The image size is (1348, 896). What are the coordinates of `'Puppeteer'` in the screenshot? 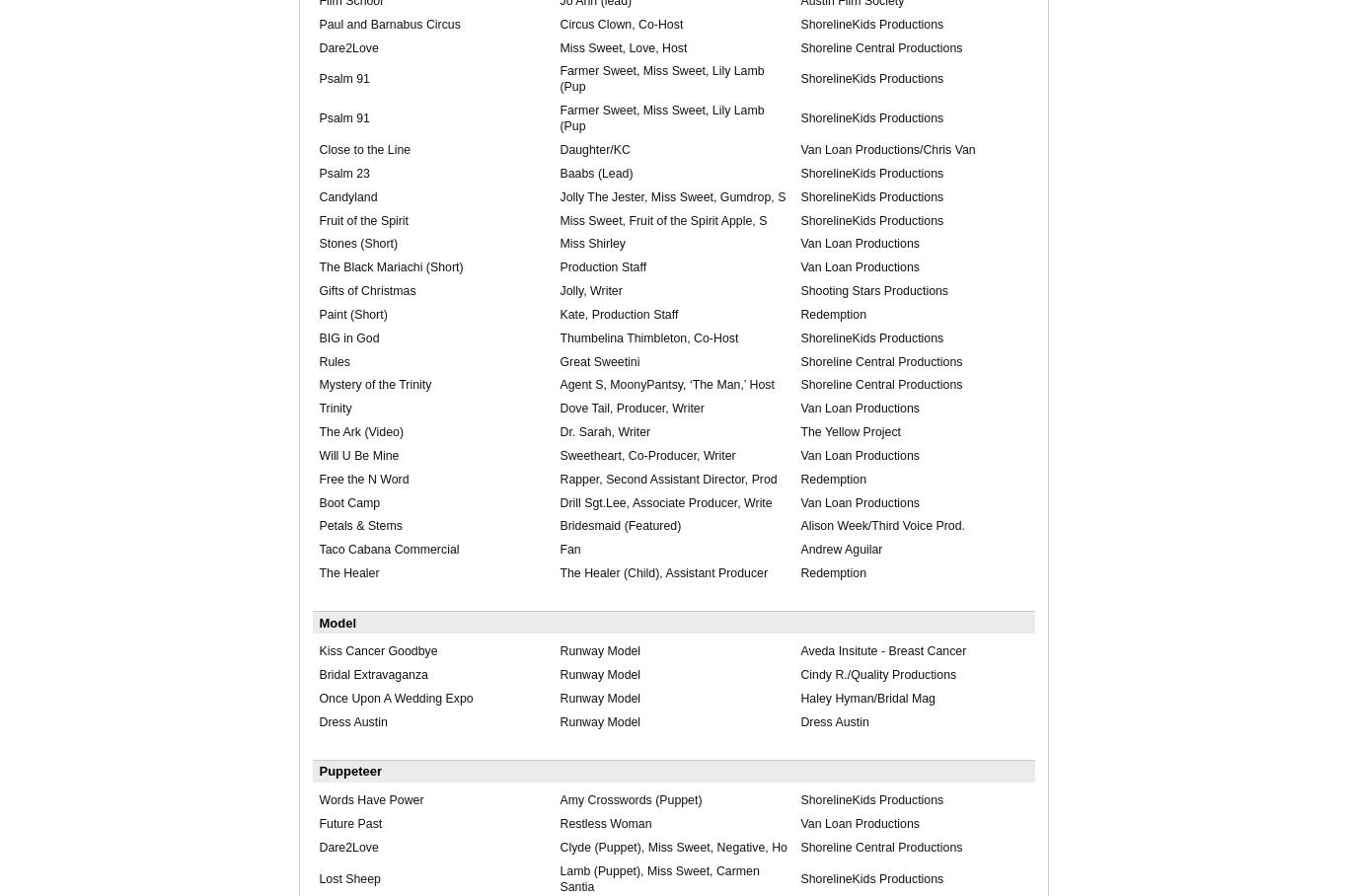 It's located at (349, 770).